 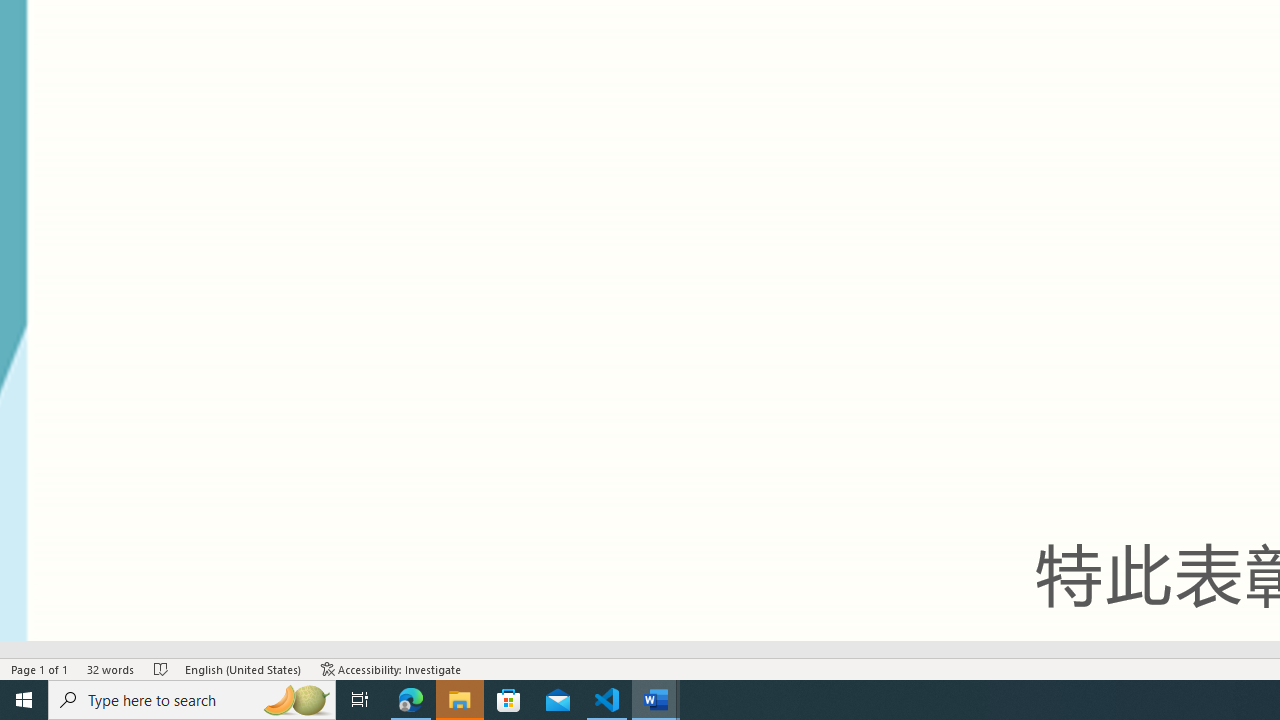 I want to click on 'Word Count 32 words', so click(x=110, y=669).